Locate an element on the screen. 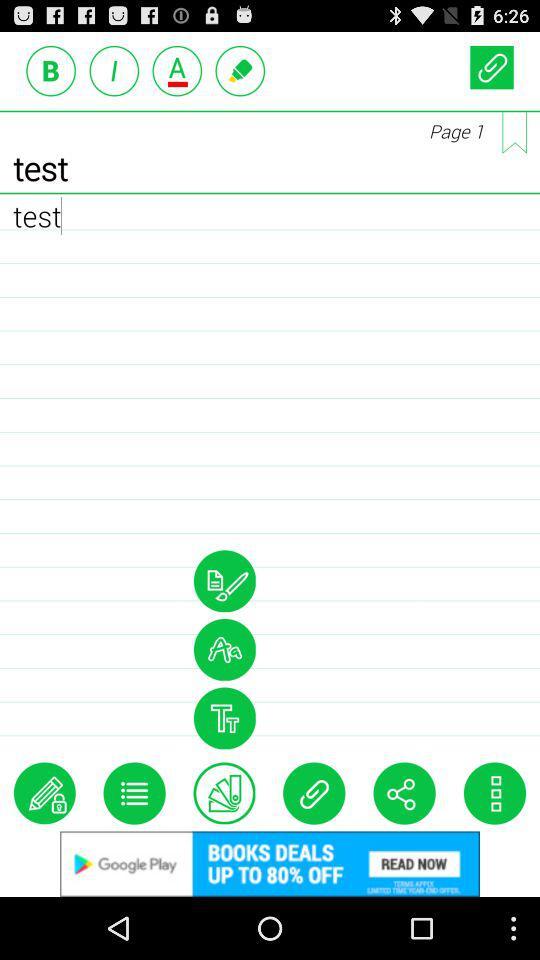  access font options is located at coordinates (223, 648).